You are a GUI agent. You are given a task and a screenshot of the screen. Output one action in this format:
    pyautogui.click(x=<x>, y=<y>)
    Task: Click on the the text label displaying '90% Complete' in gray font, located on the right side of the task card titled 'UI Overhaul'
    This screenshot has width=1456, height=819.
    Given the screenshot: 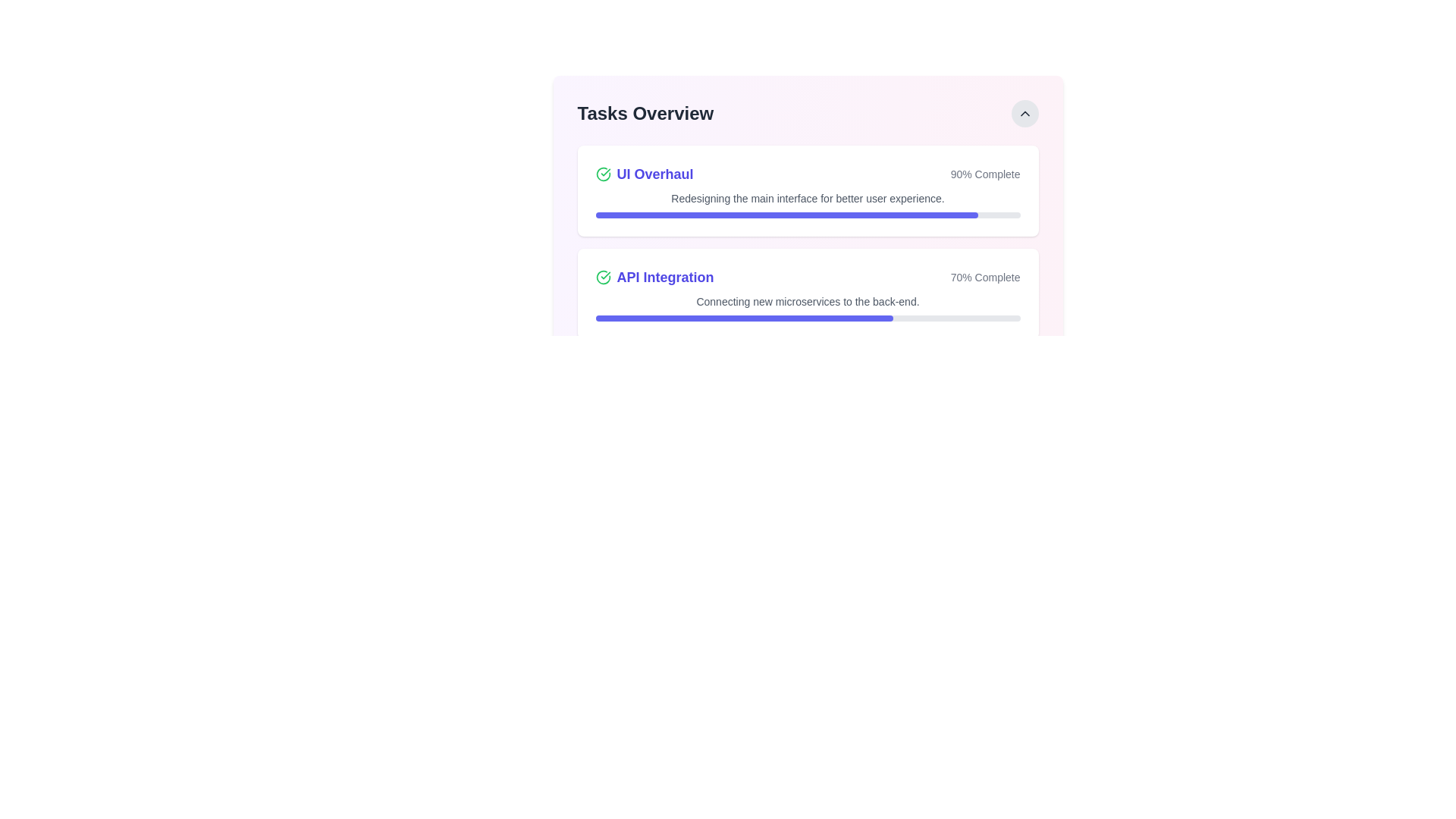 What is the action you would take?
    pyautogui.click(x=985, y=174)
    